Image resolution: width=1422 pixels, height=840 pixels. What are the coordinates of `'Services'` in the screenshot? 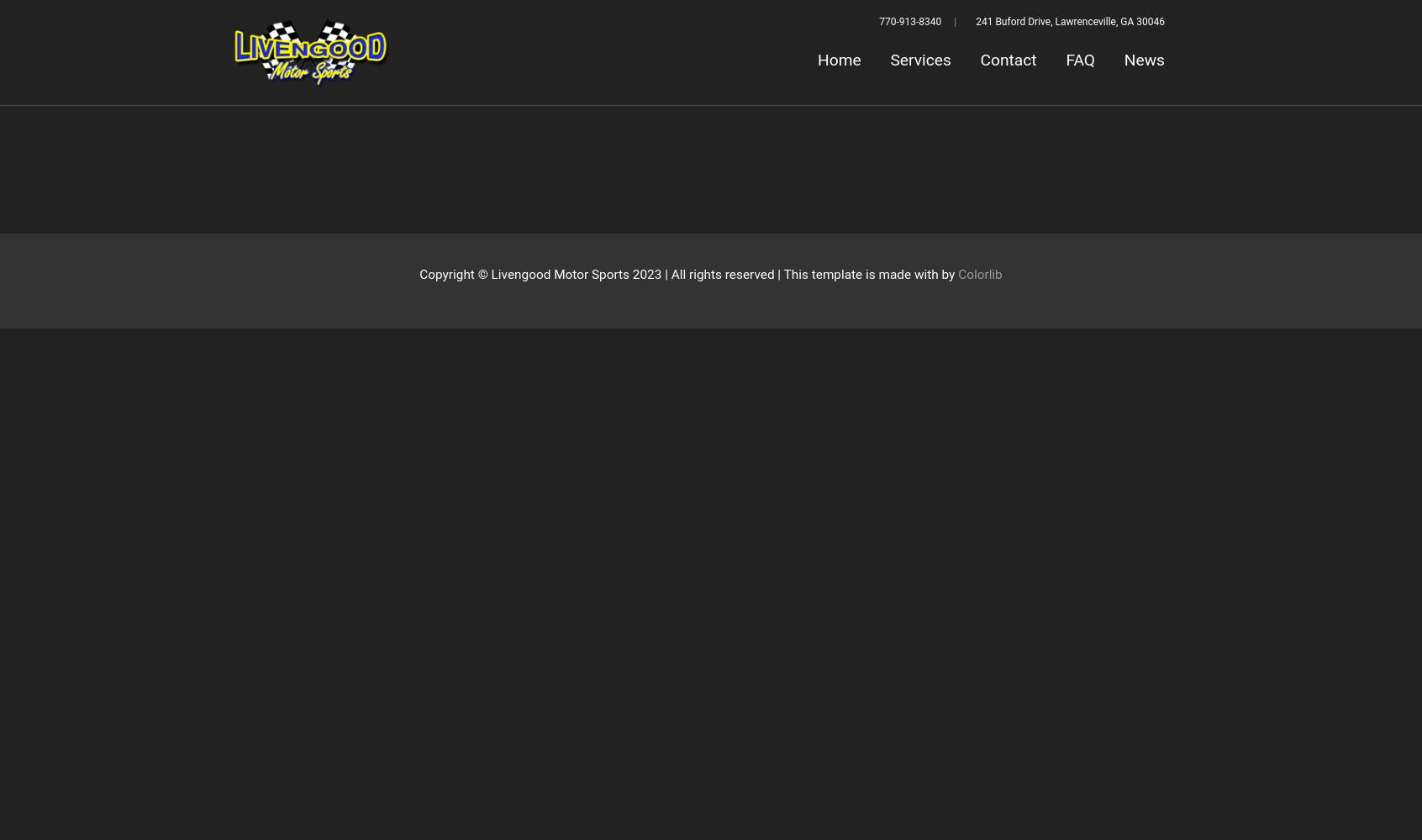 It's located at (920, 59).